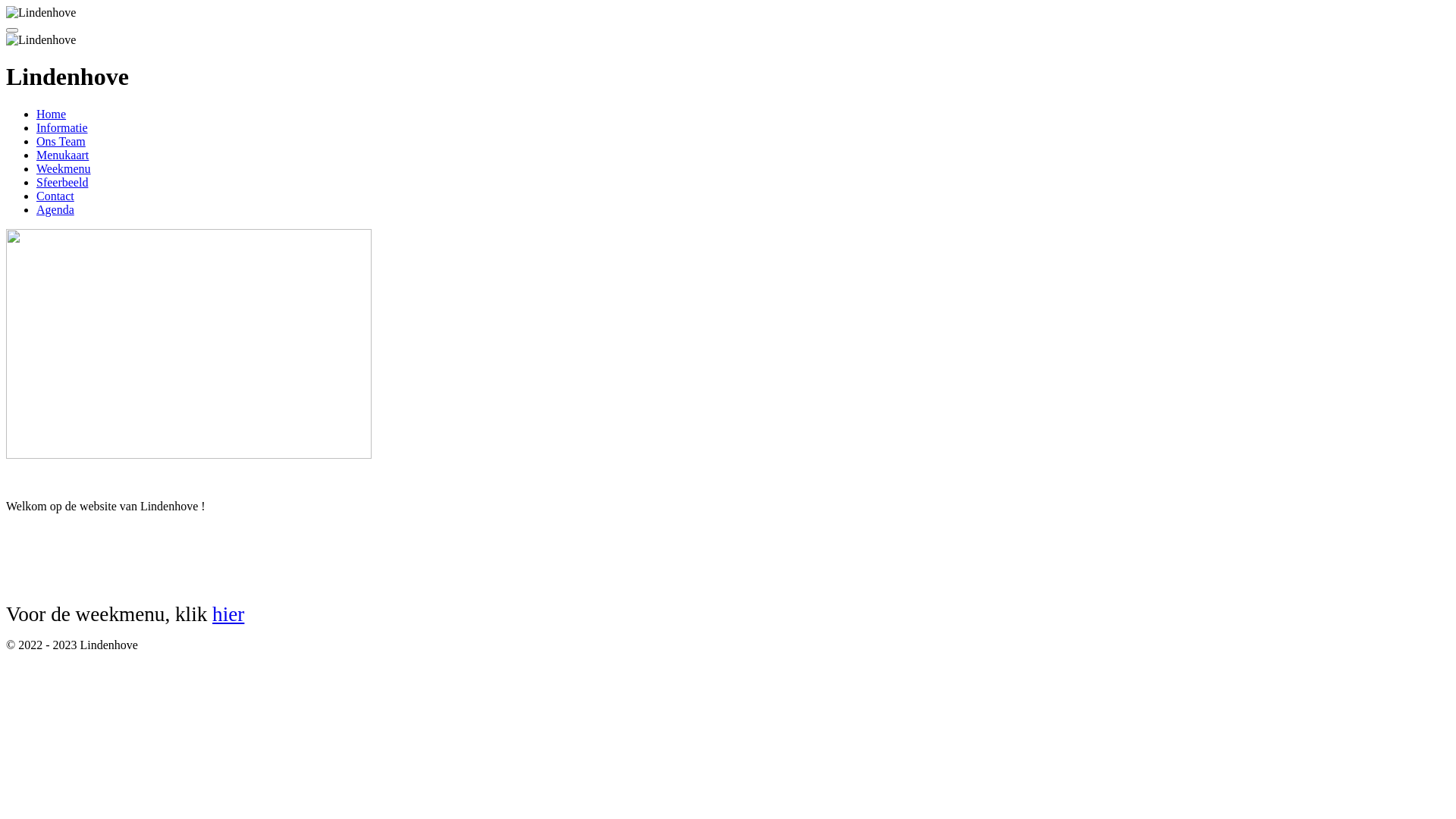 The width and height of the screenshot is (1456, 819). I want to click on 'Contact', so click(55, 195).